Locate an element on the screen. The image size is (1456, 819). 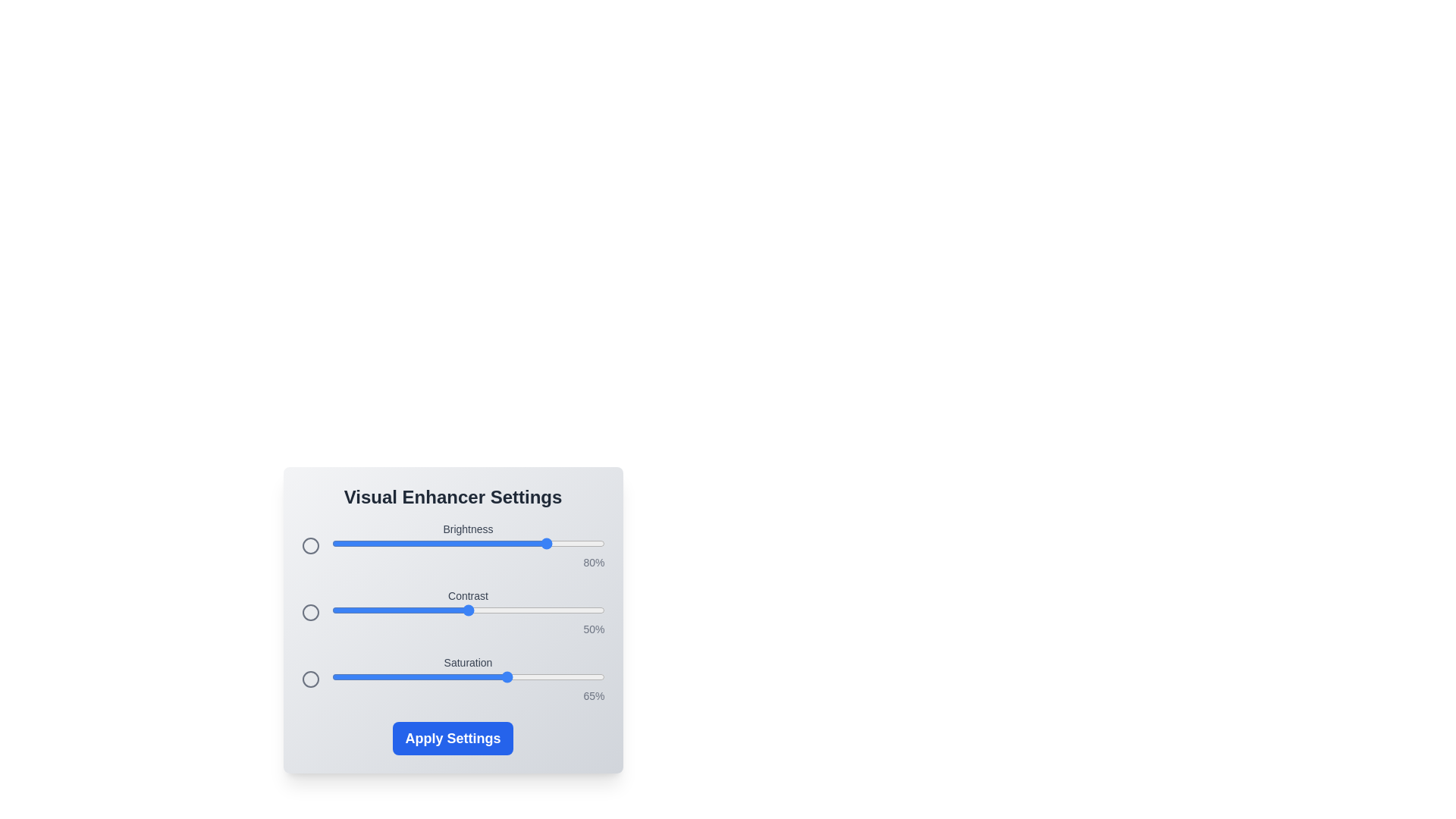
the 1 slider to 66% is located at coordinates (512, 610).